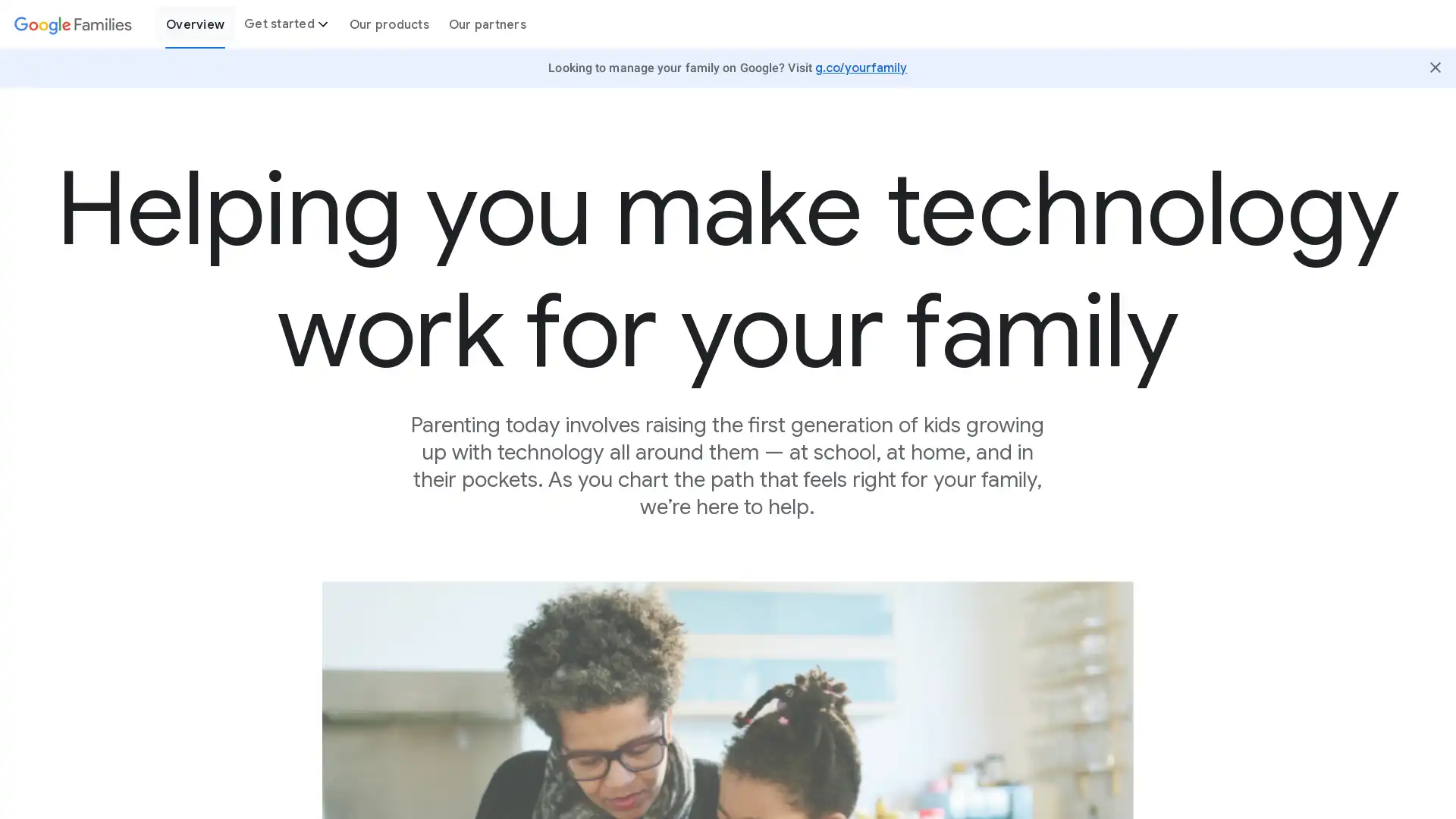  What do you see at coordinates (1434, 66) in the screenshot?
I see `Close Butter Bar` at bounding box center [1434, 66].